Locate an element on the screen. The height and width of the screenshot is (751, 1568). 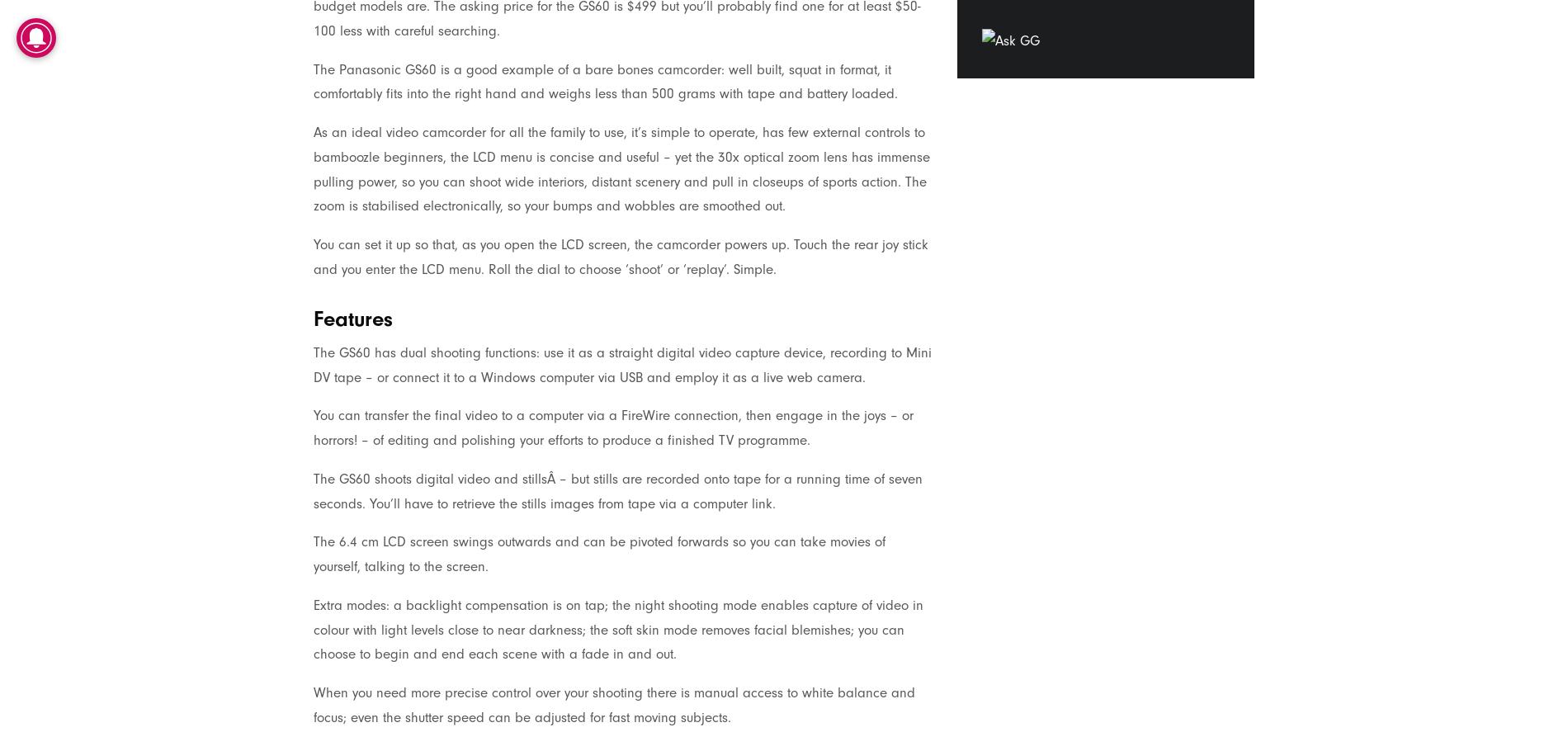
'The GS60 shoots digital video and stillsÂ – but stills are recorded onto tape for a running time of seven seconds. You’ll have to retrieve the stills images from tape via a computer link.' is located at coordinates (616, 489).